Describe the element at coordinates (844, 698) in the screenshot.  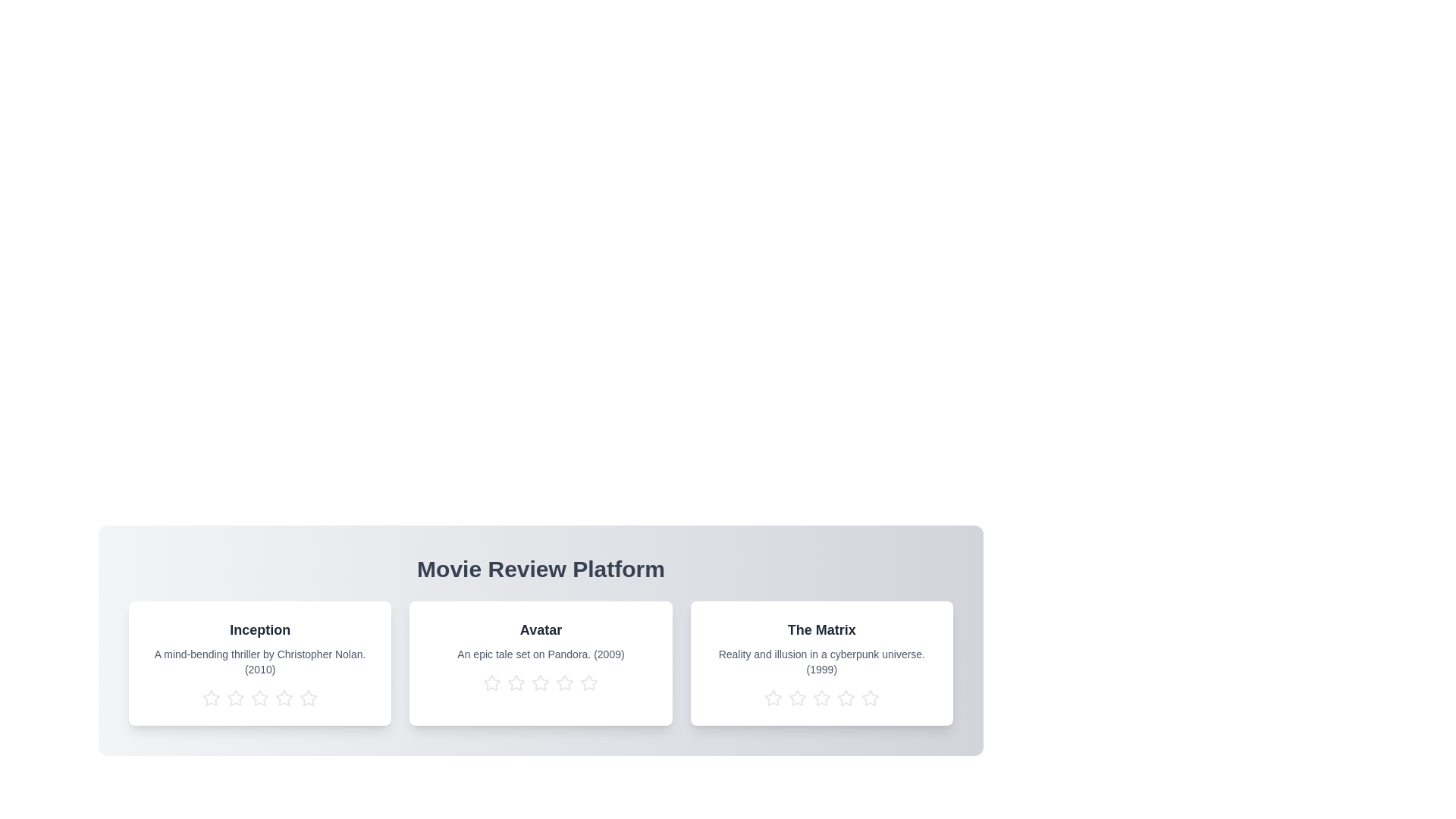
I see `the star corresponding to 4 stars for the movie titled The Matrix` at that location.